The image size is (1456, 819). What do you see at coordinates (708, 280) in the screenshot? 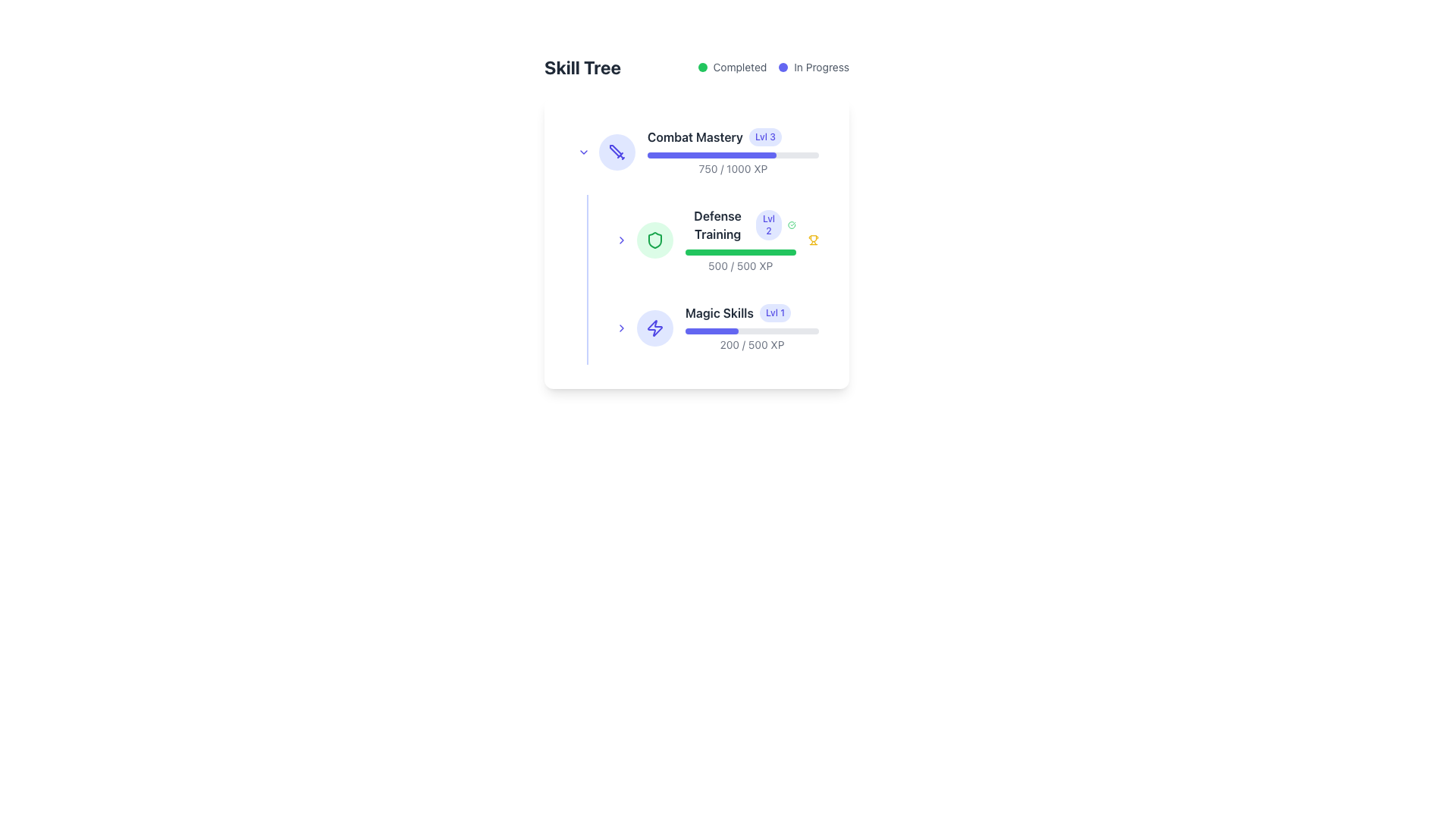
I see `the 'Defense Training' skill progress card, which is the second item in the skill tree` at bounding box center [708, 280].